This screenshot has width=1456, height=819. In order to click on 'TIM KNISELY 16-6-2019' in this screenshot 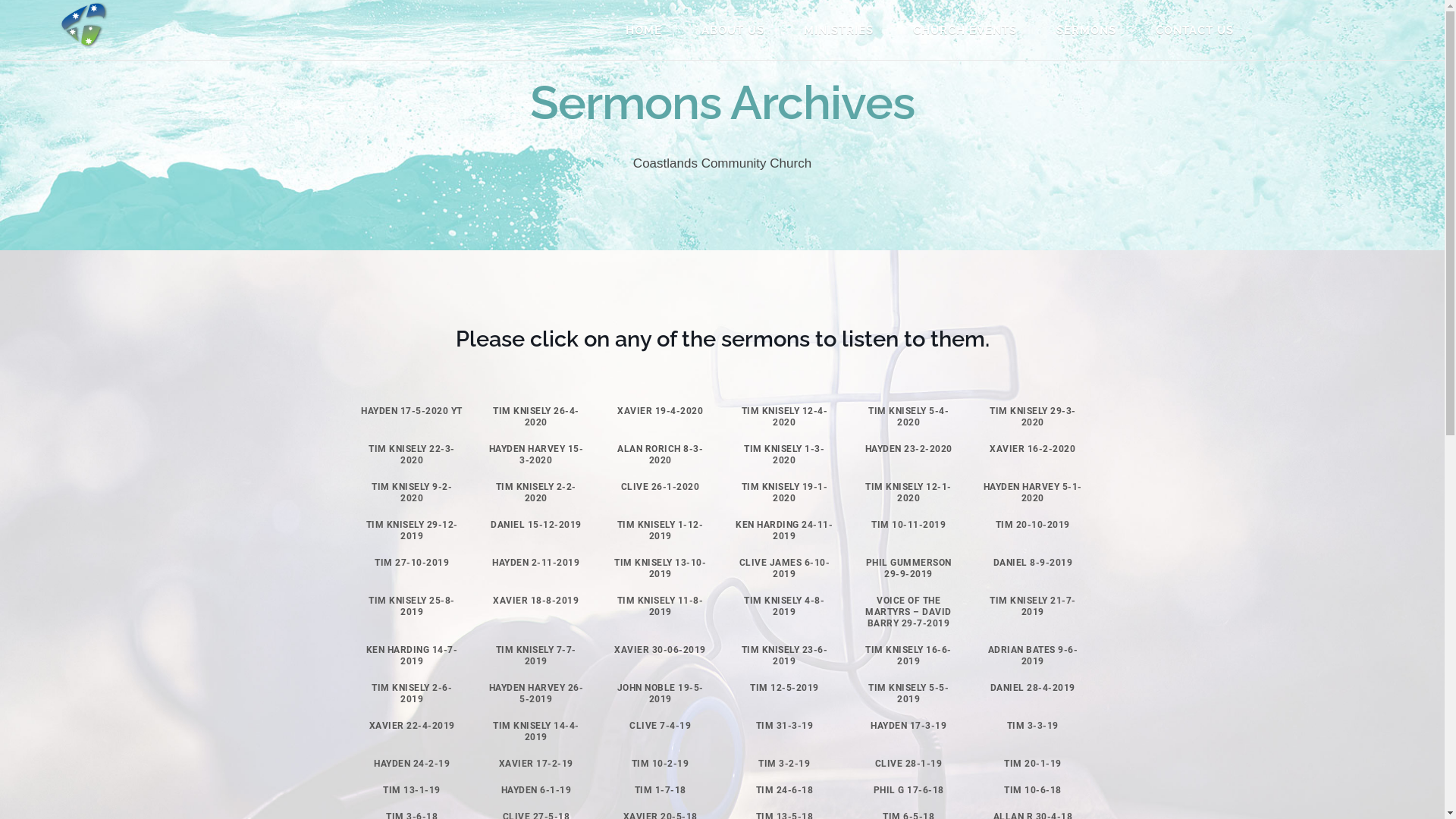, I will do `click(908, 654)`.